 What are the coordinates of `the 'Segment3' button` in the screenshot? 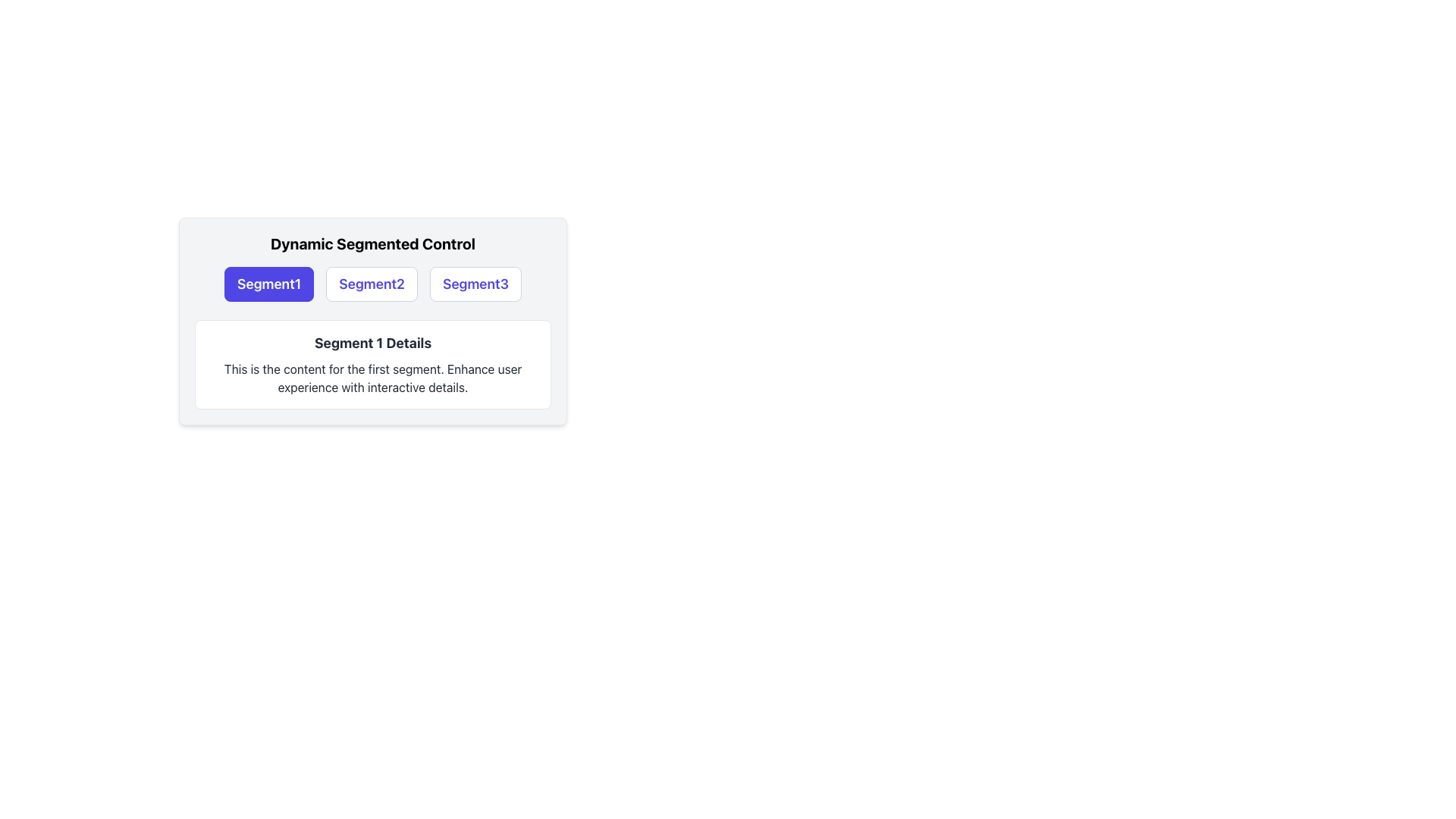 It's located at (475, 284).